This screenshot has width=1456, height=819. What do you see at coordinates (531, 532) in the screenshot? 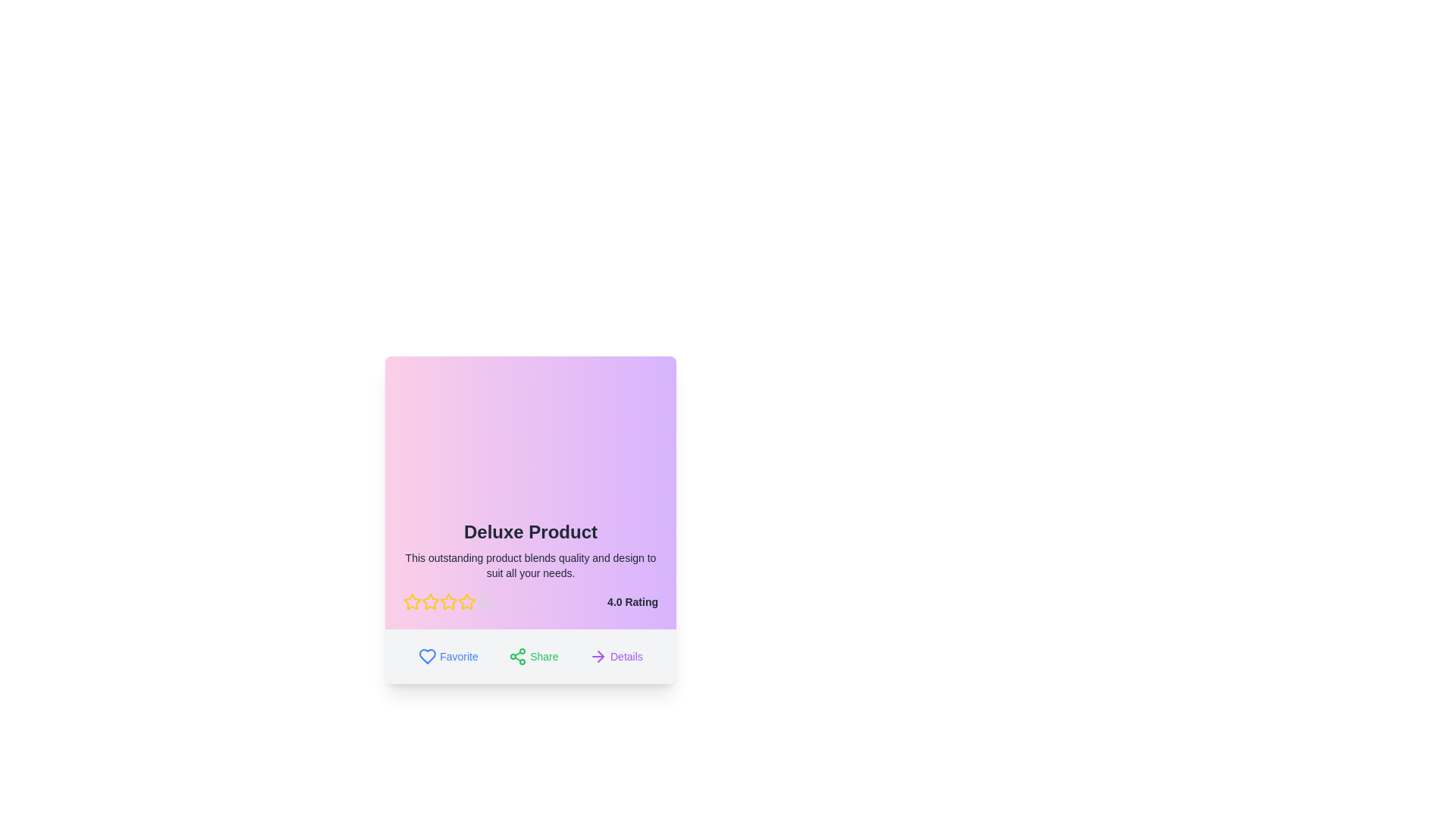
I see `bold large-sized text 'Deluxe Product' which is centrally located at the top of the card interface` at bounding box center [531, 532].